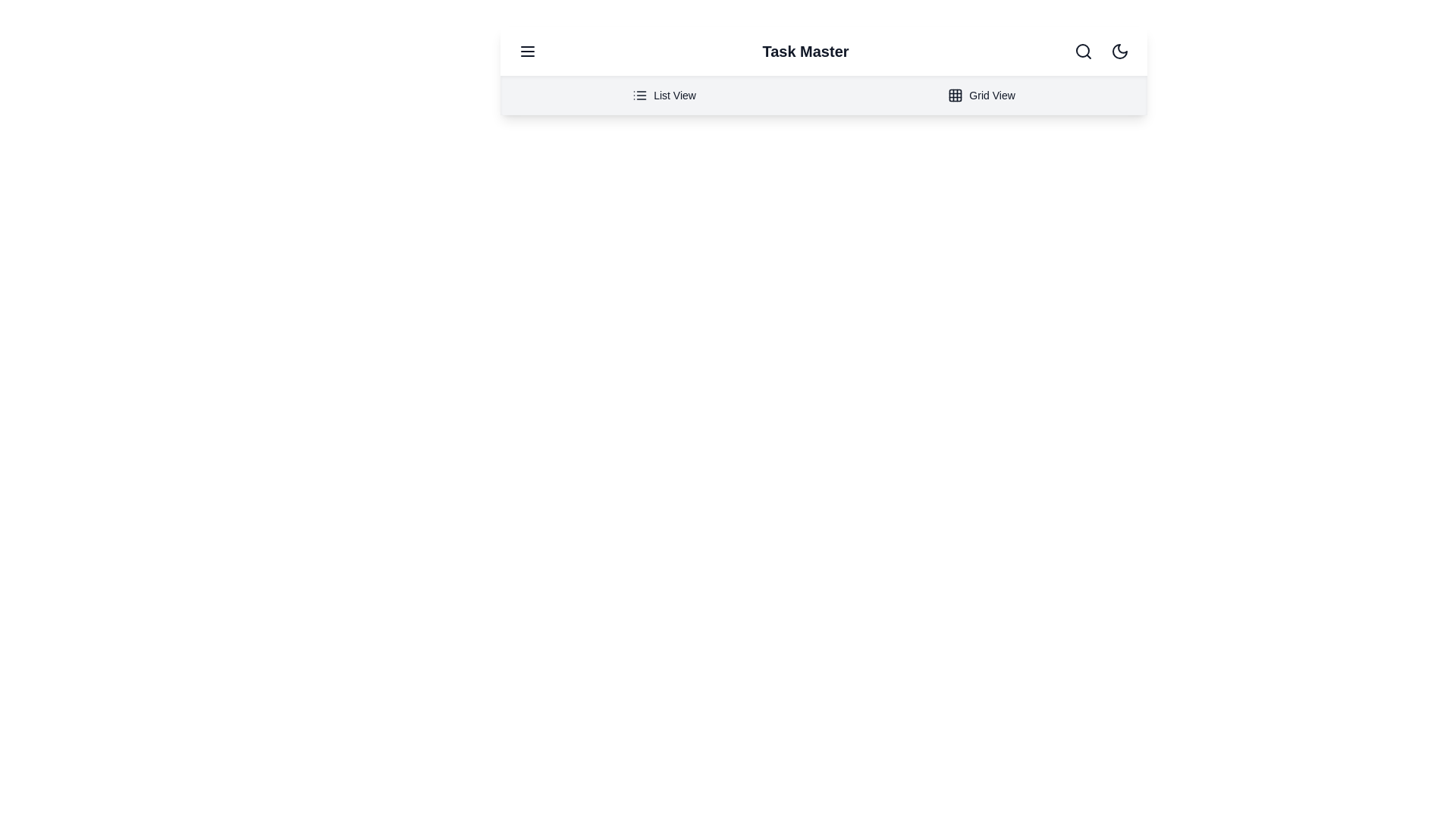 The width and height of the screenshot is (1456, 819). I want to click on the 'Grid View' option in the navigation menu, so click(981, 96).